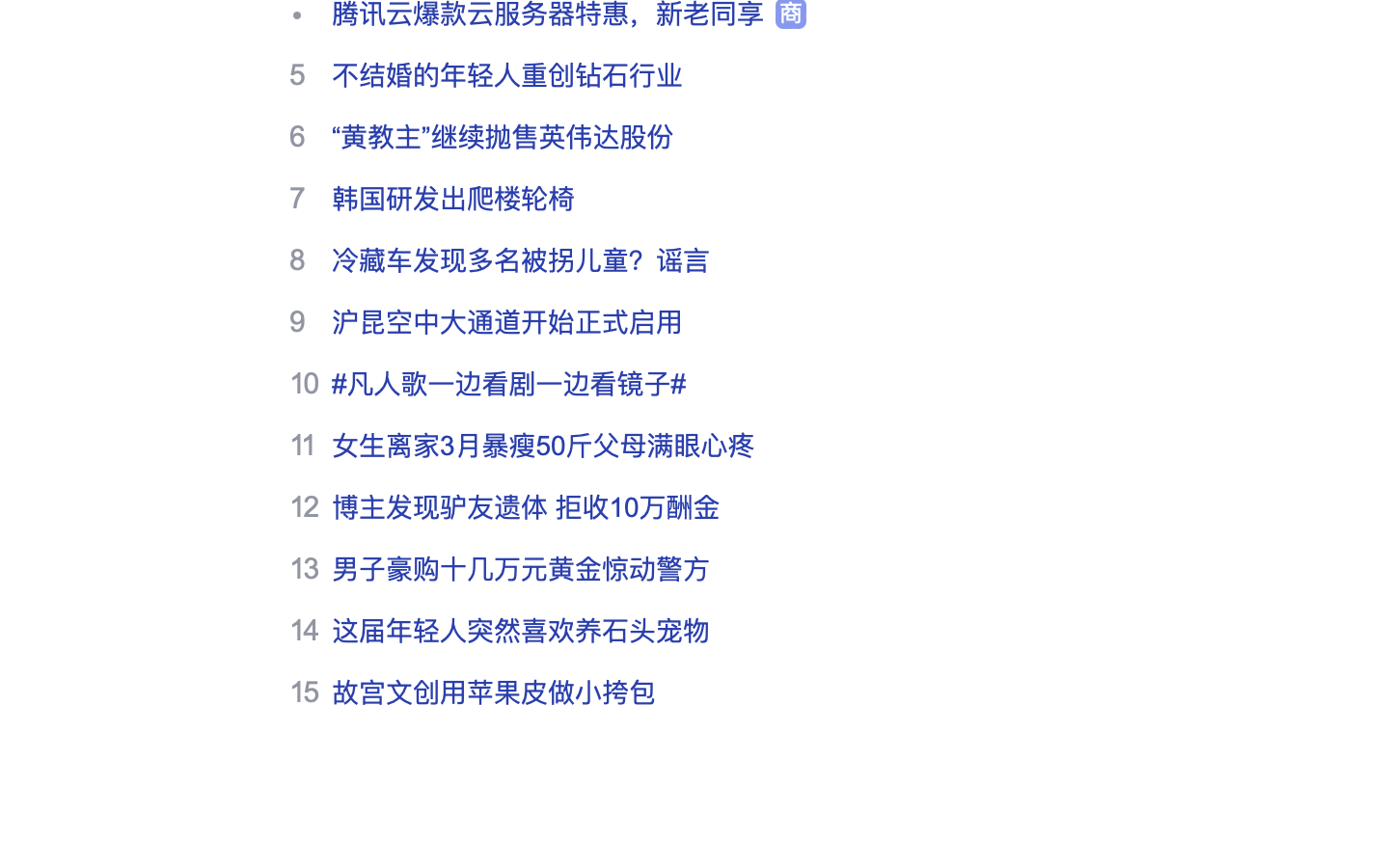 This screenshot has width=1389, height=868. Describe the element at coordinates (297, 258) in the screenshot. I see `'8'` at that location.